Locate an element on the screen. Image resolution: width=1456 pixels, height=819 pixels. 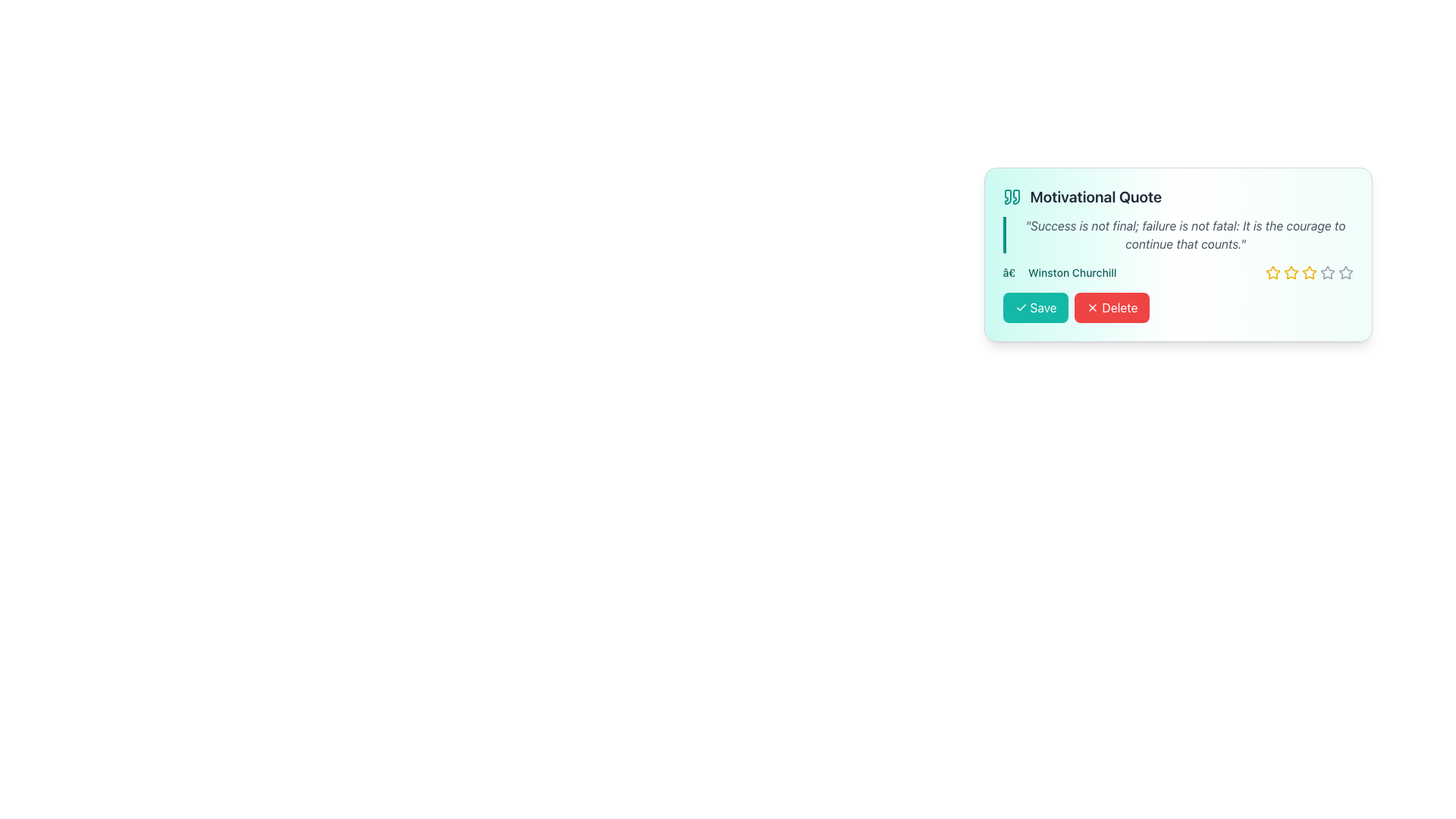
the fifth hollow star icon used for rating, located at the bottom-right part of the card interface is located at coordinates (1345, 271).